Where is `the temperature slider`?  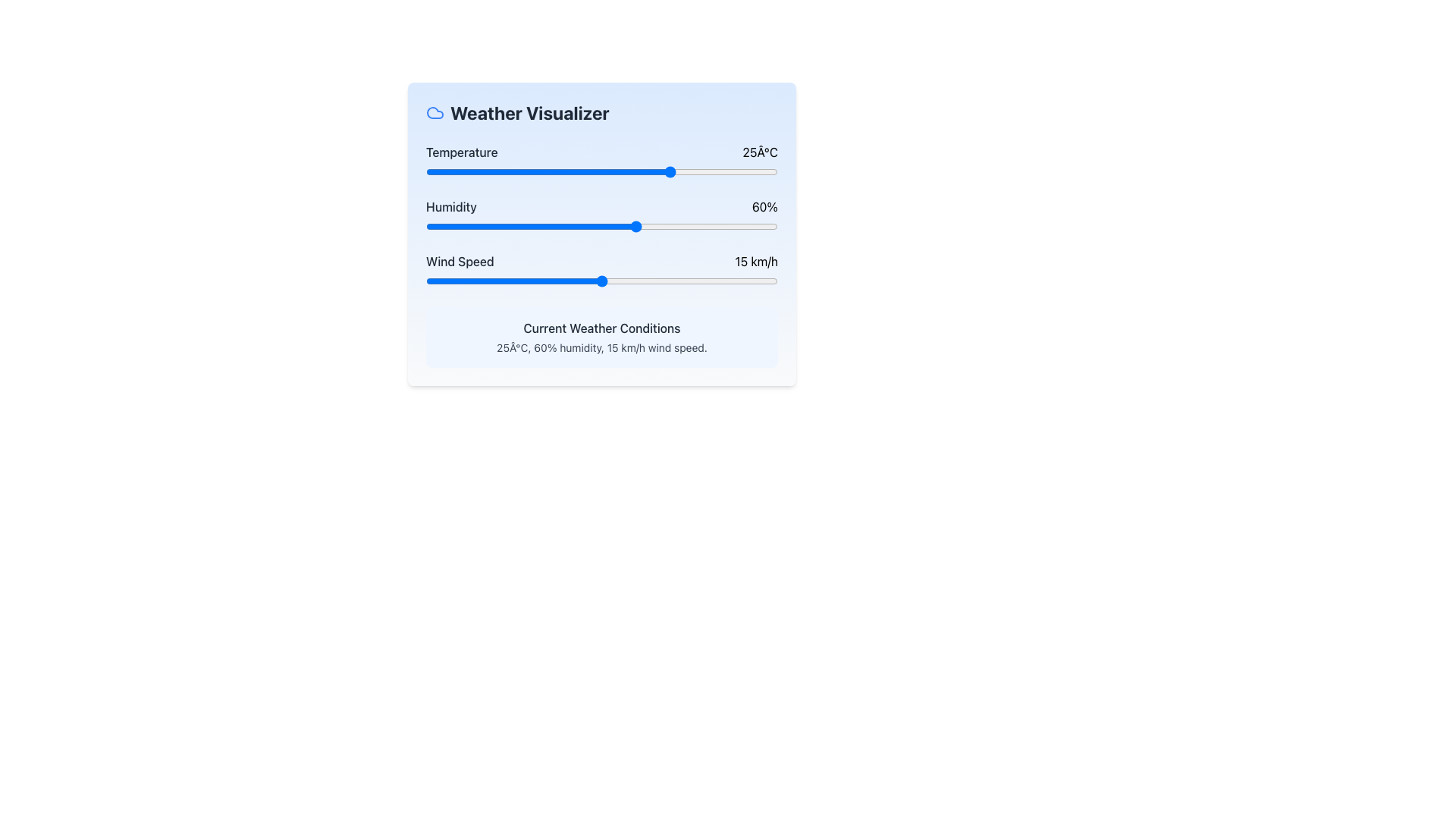 the temperature slider is located at coordinates (482, 171).